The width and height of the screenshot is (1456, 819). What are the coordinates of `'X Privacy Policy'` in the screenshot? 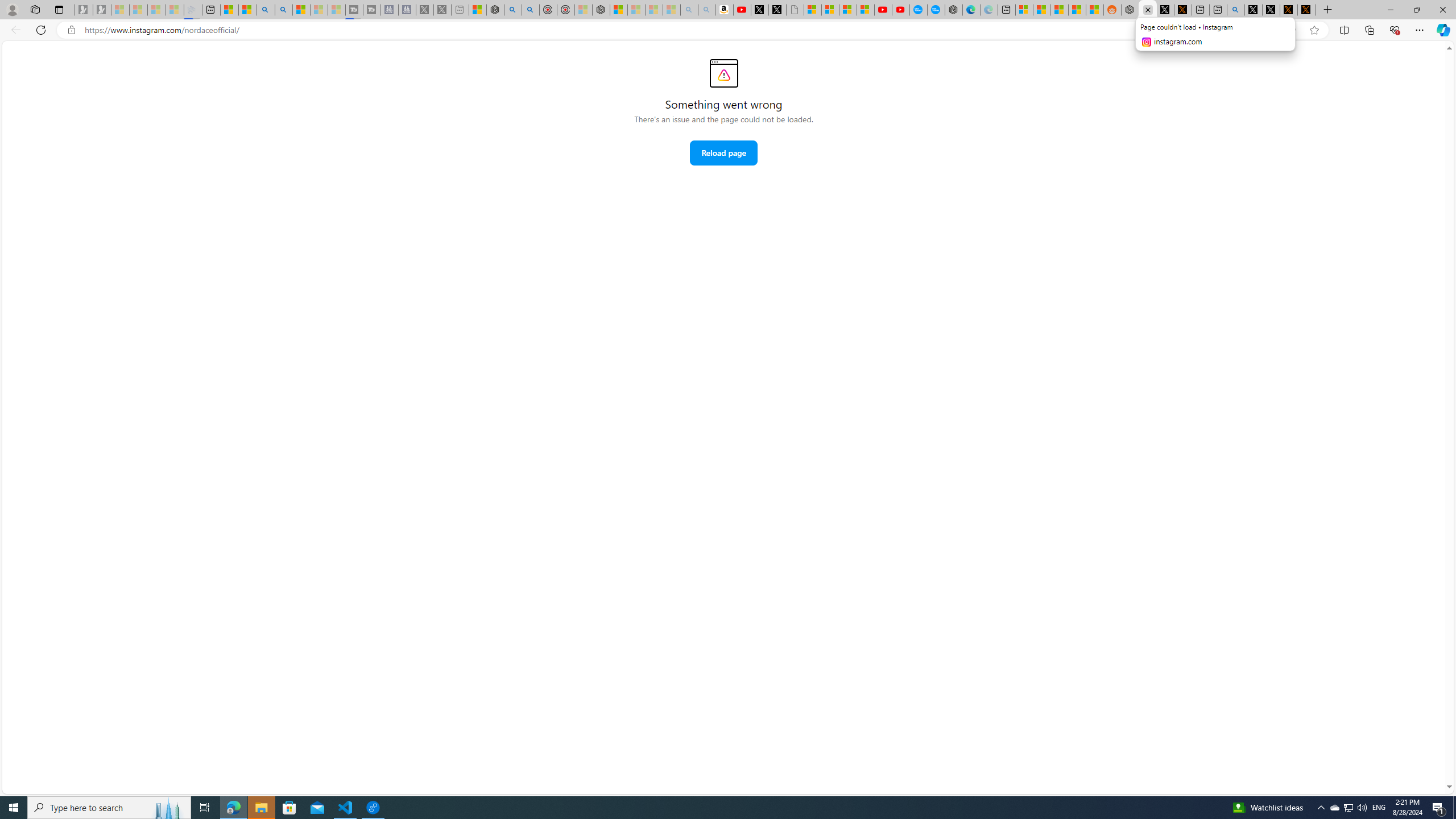 It's located at (1306, 9).